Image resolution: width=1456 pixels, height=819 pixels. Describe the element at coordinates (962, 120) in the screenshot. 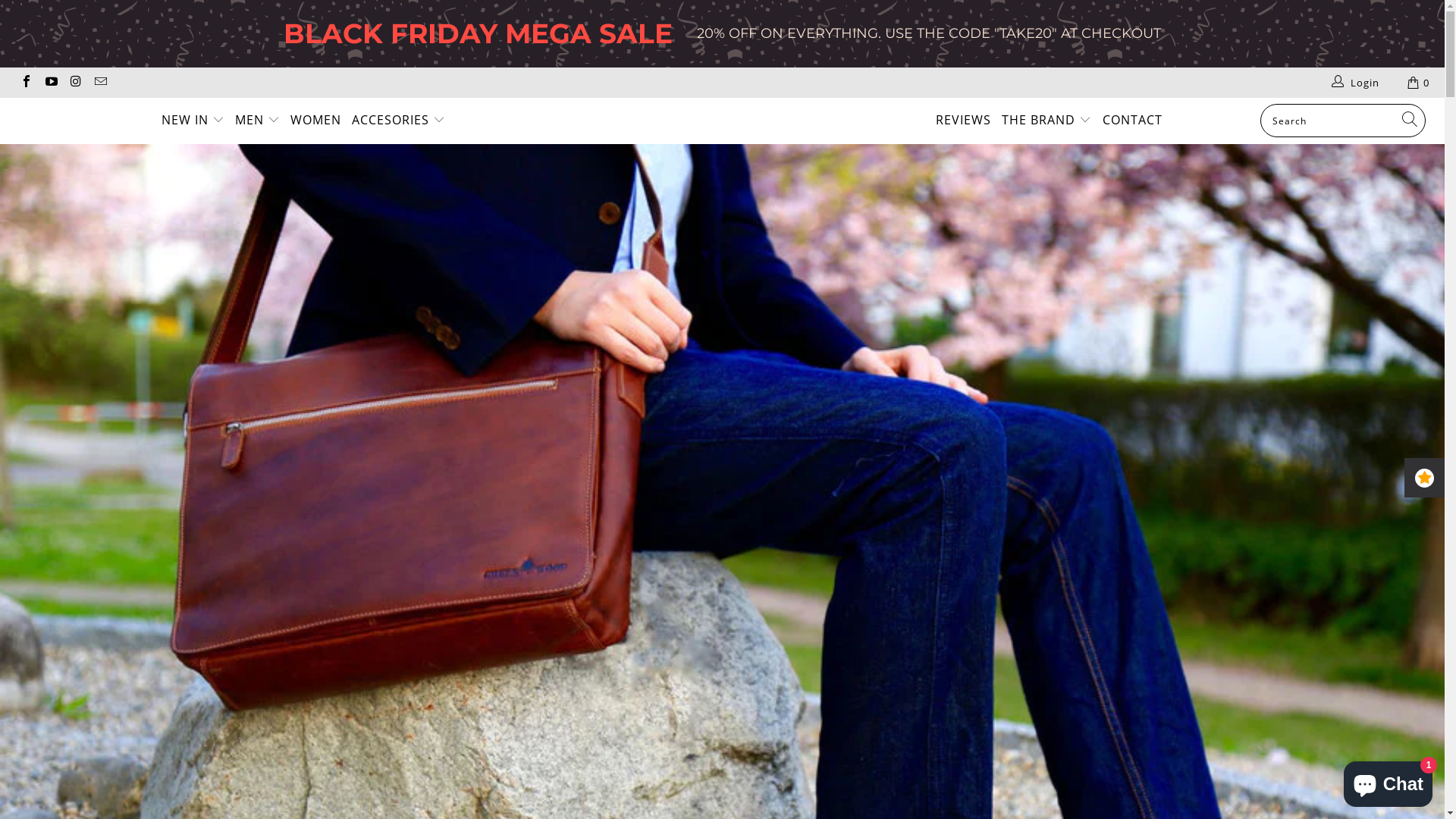

I see `'REVIEWS'` at that location.